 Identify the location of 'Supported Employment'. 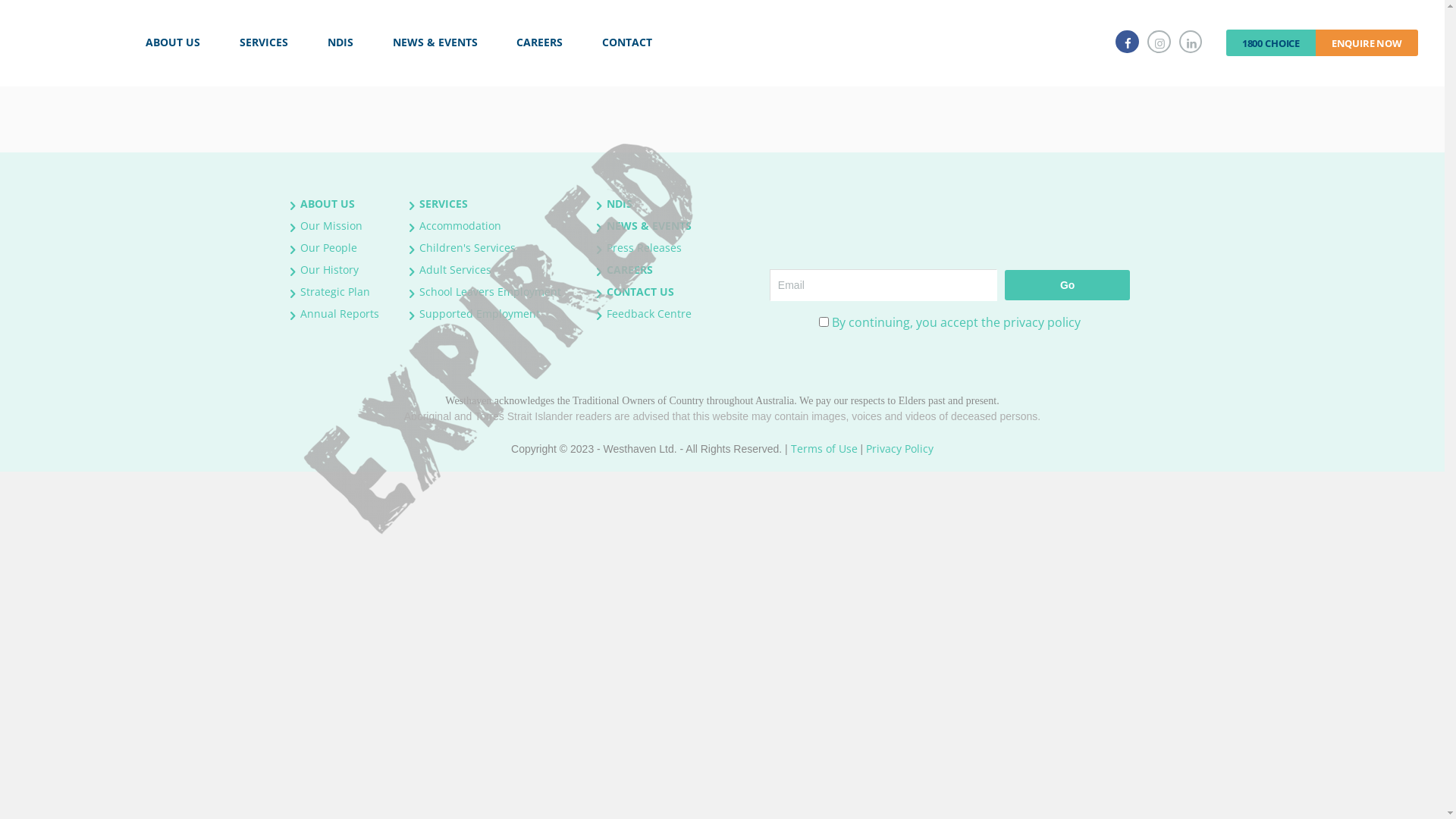
(479, 312).